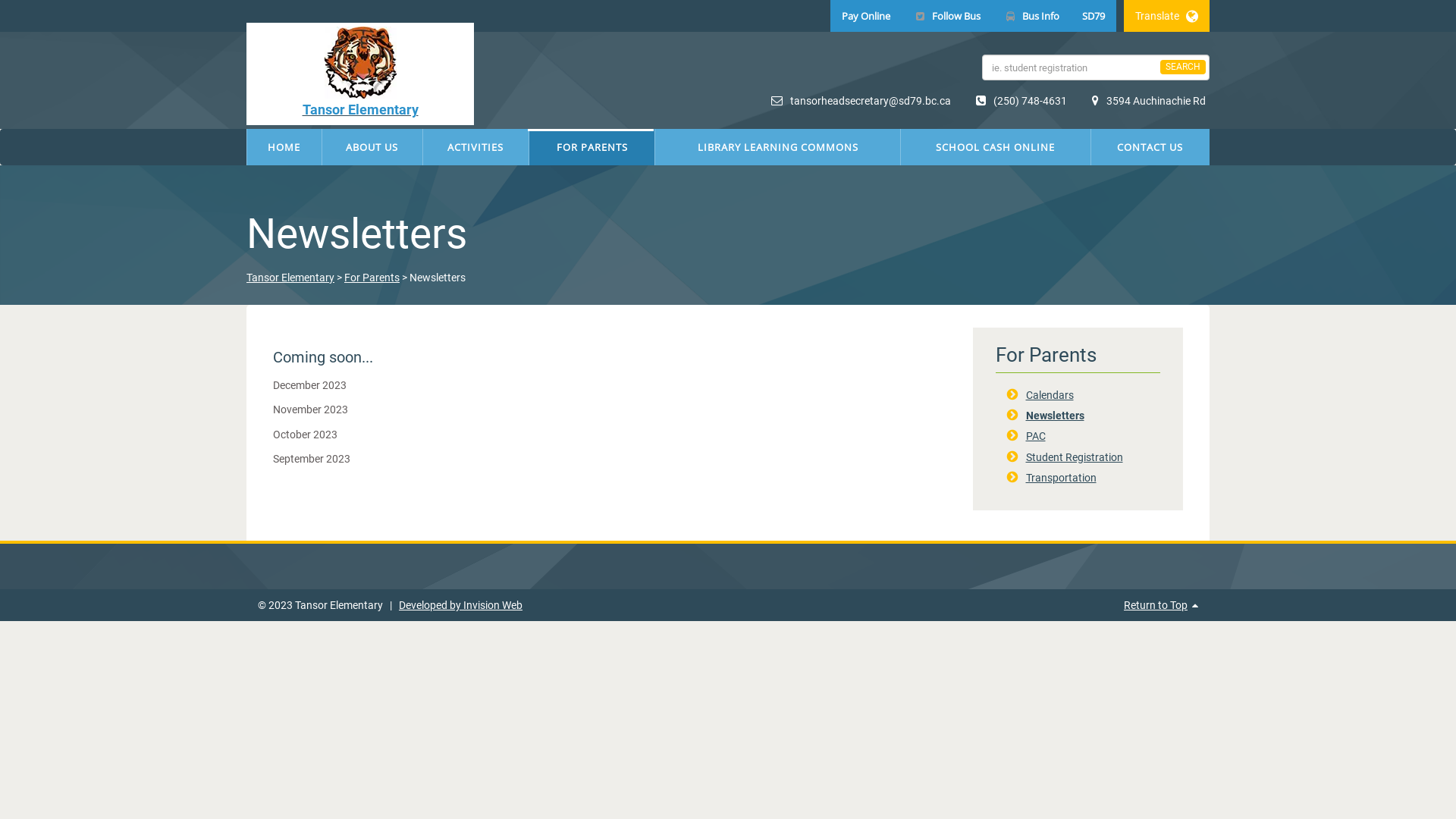 This screenshot has height=819, width=1456. What do you see at coordinates (777, 146) in the screenshot?
I see `'LIBRARY LEARNING COMMONS'` at bounding box center [777, 146].